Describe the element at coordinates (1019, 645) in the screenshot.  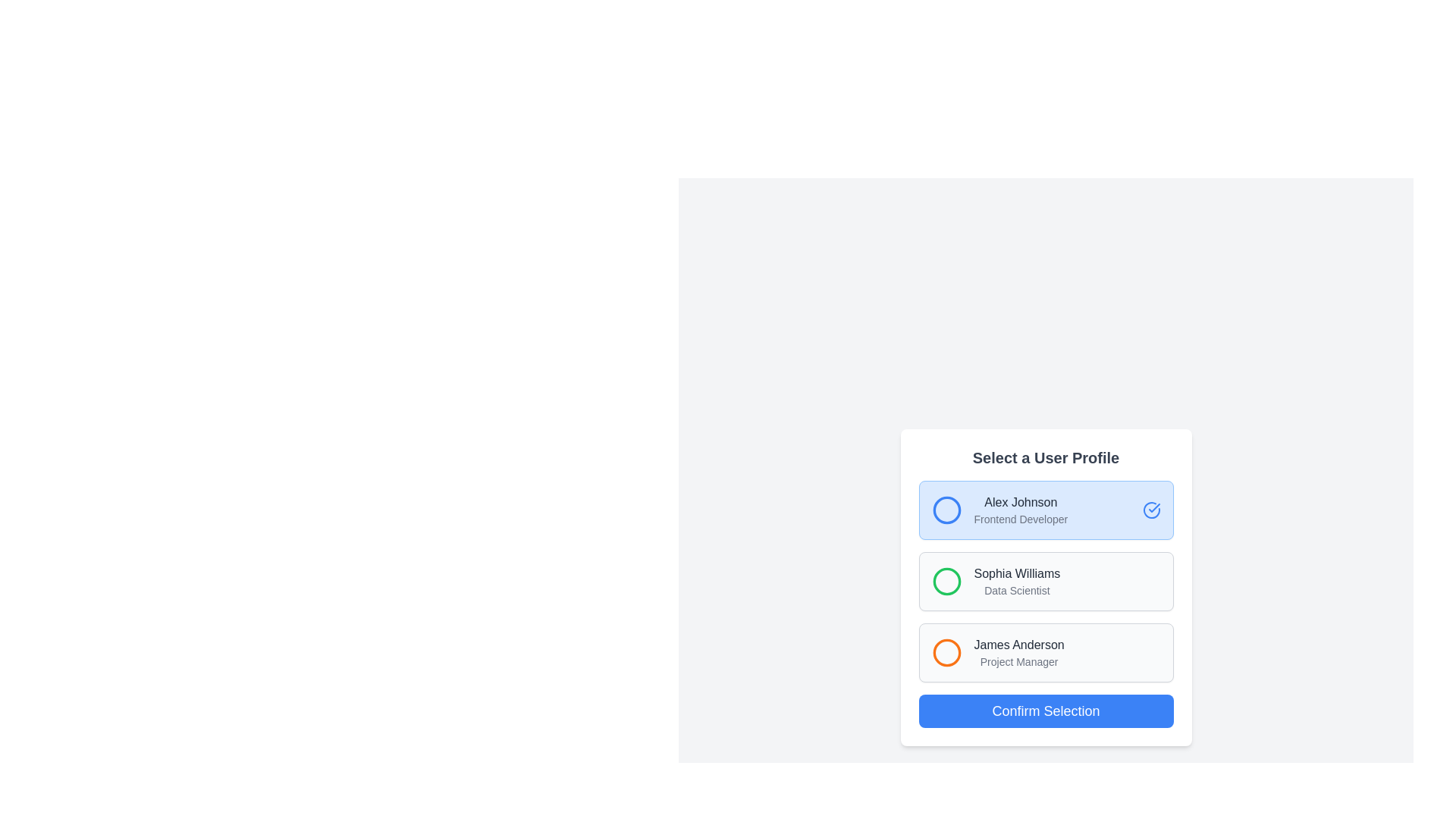
I see `text content of the label displaying 'James Anderson', which is located in the third user profile card under the 'Select a User Profile' section` at that location.